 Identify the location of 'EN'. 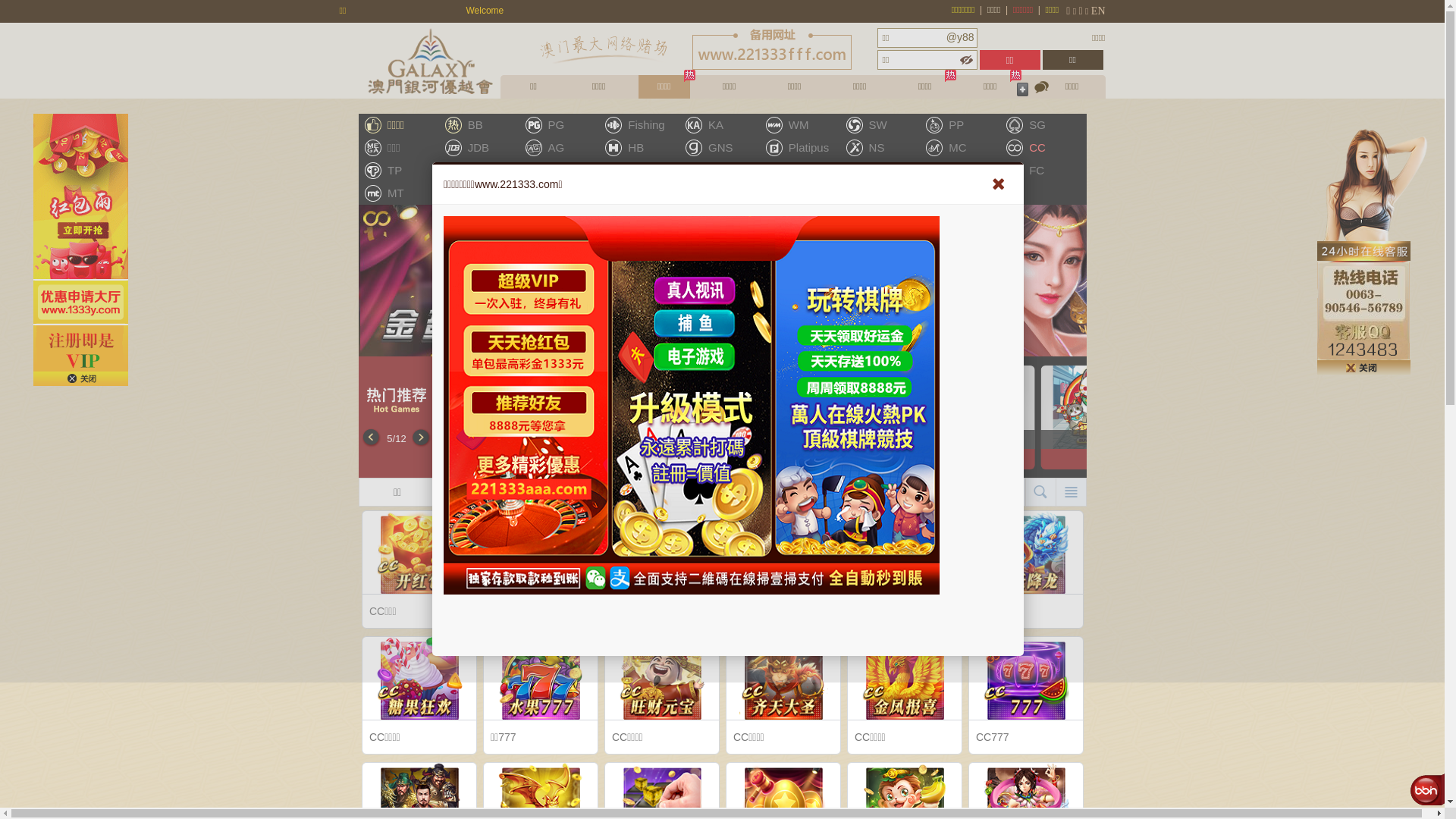
(1098, 11).